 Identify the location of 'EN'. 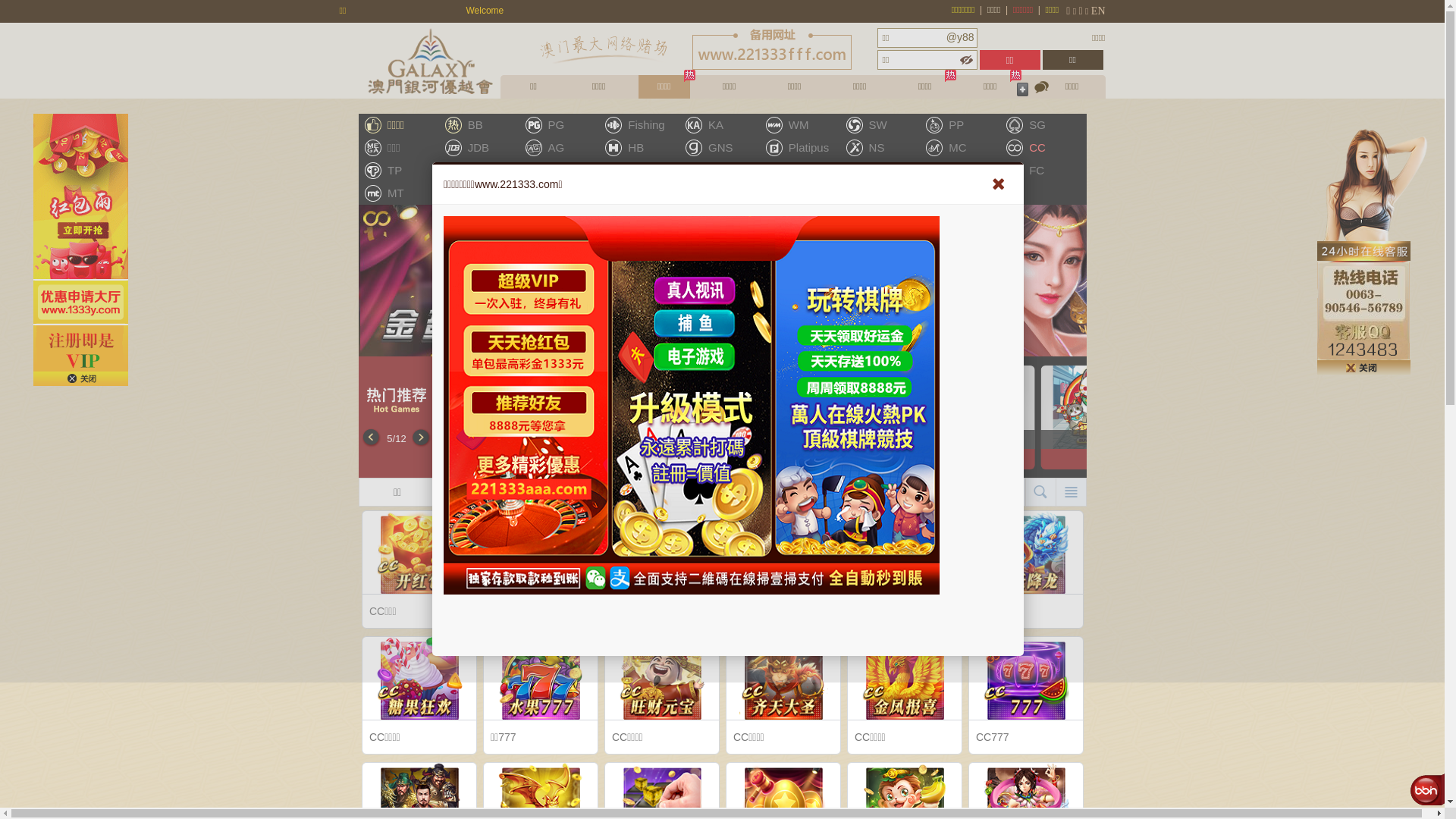
(1098, 11).